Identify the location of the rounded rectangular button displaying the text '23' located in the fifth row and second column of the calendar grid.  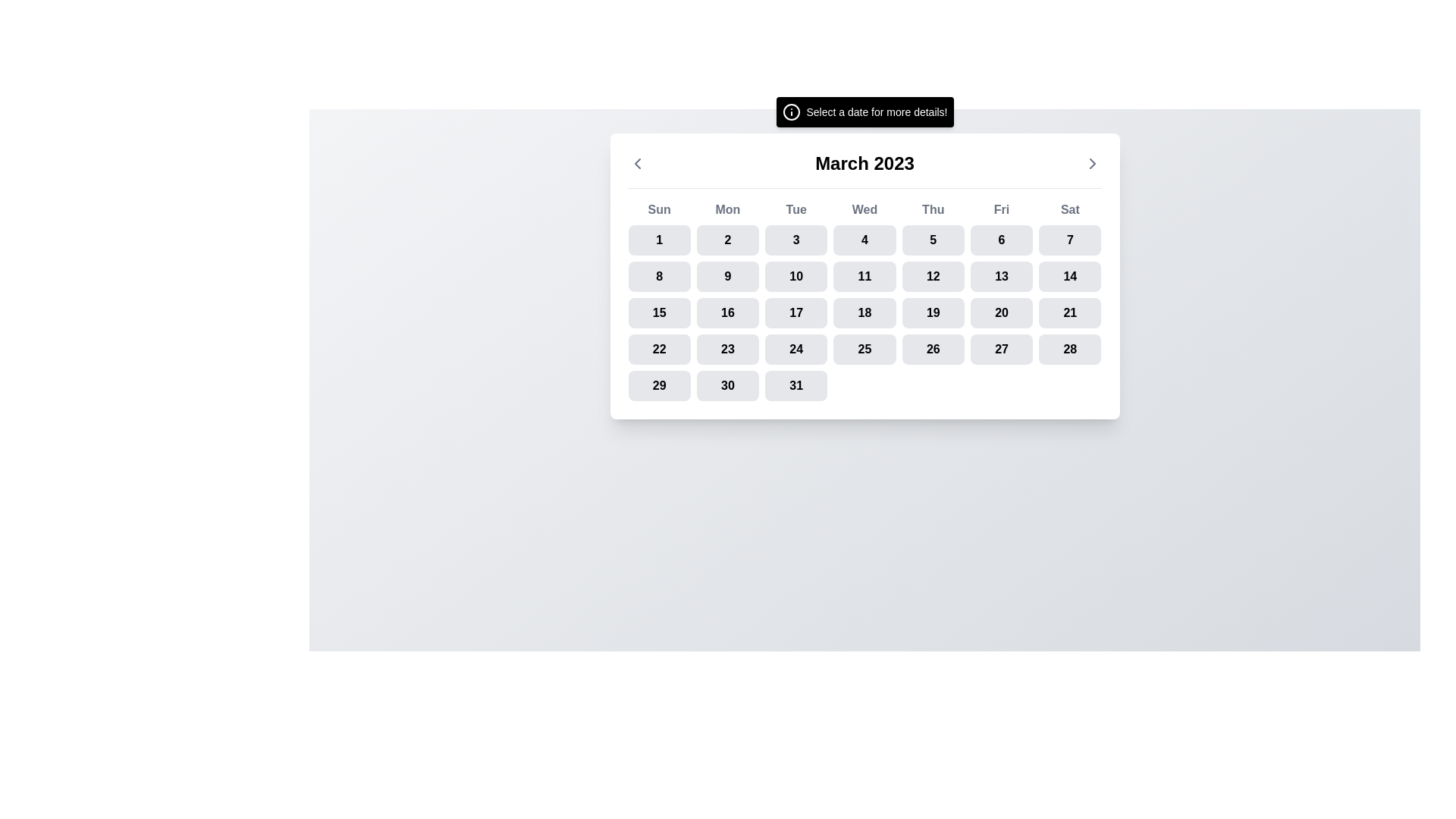
(728, 350).